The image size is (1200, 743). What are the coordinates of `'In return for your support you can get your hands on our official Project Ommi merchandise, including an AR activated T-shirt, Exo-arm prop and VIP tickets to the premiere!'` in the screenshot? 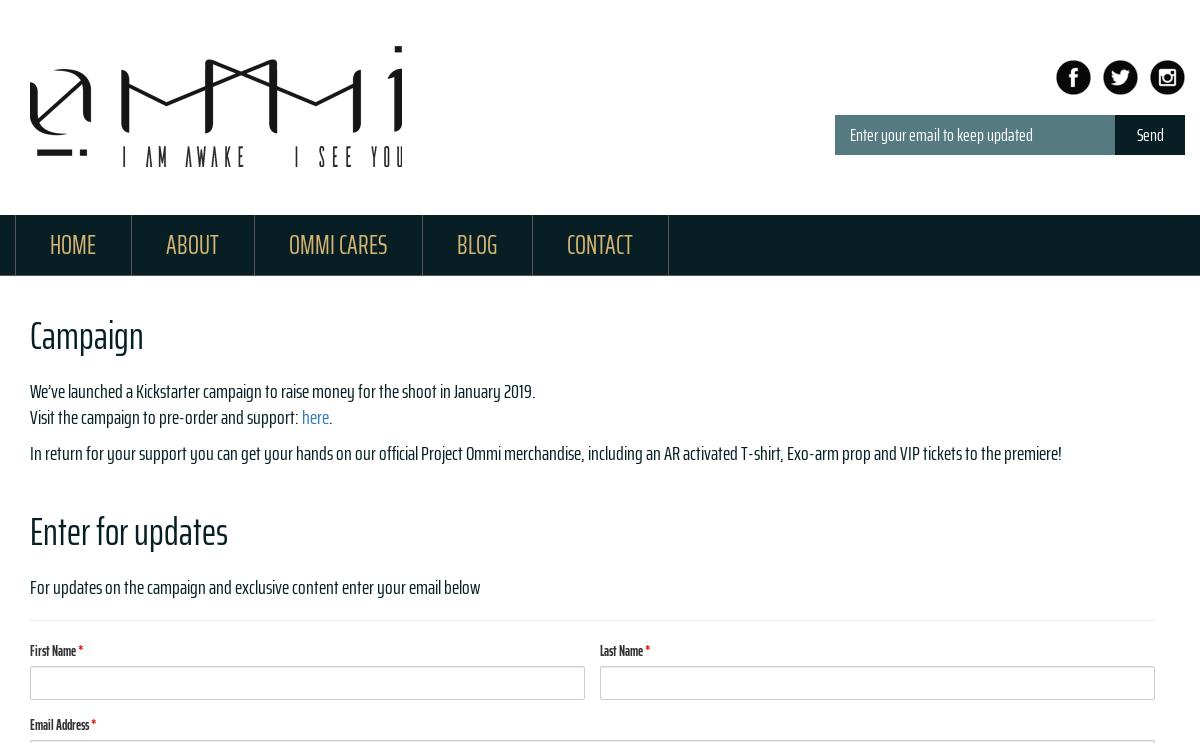 It's located at (545, 450).